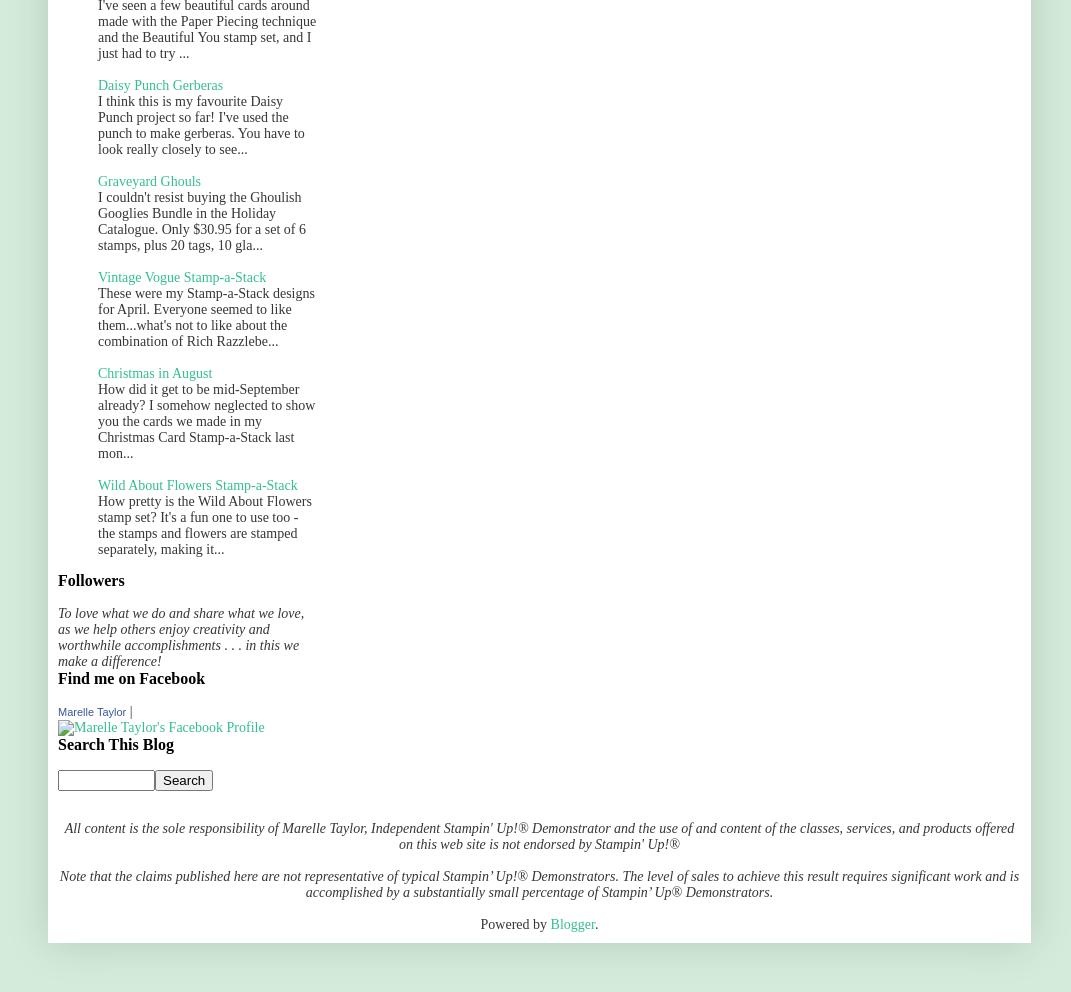  Describe the element at coordinates (57, 711) in the screenshot. I see `'Marelle Taylor'` at that location.